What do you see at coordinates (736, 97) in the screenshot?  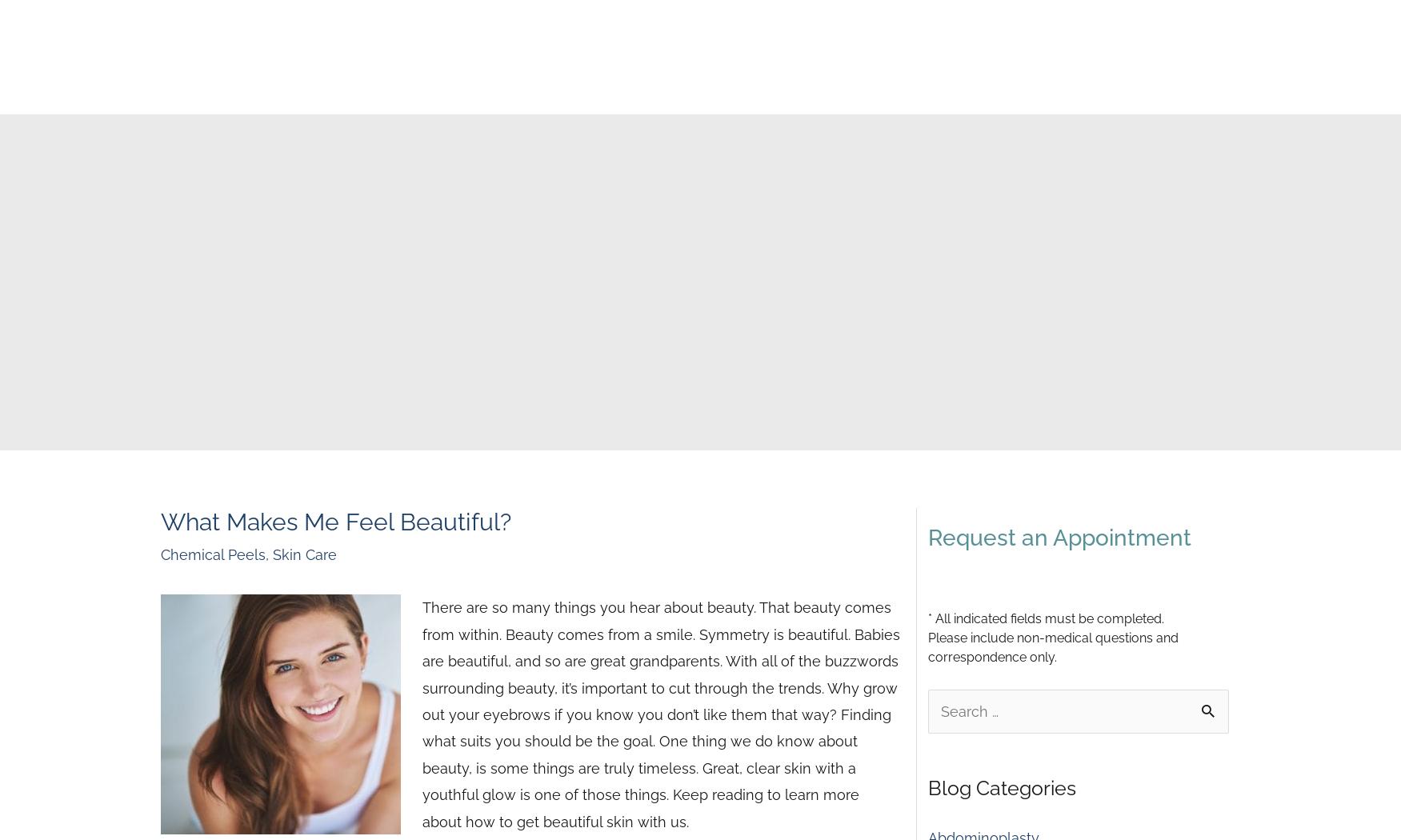 I see `'Financing'` at bounding box center [736, 97].